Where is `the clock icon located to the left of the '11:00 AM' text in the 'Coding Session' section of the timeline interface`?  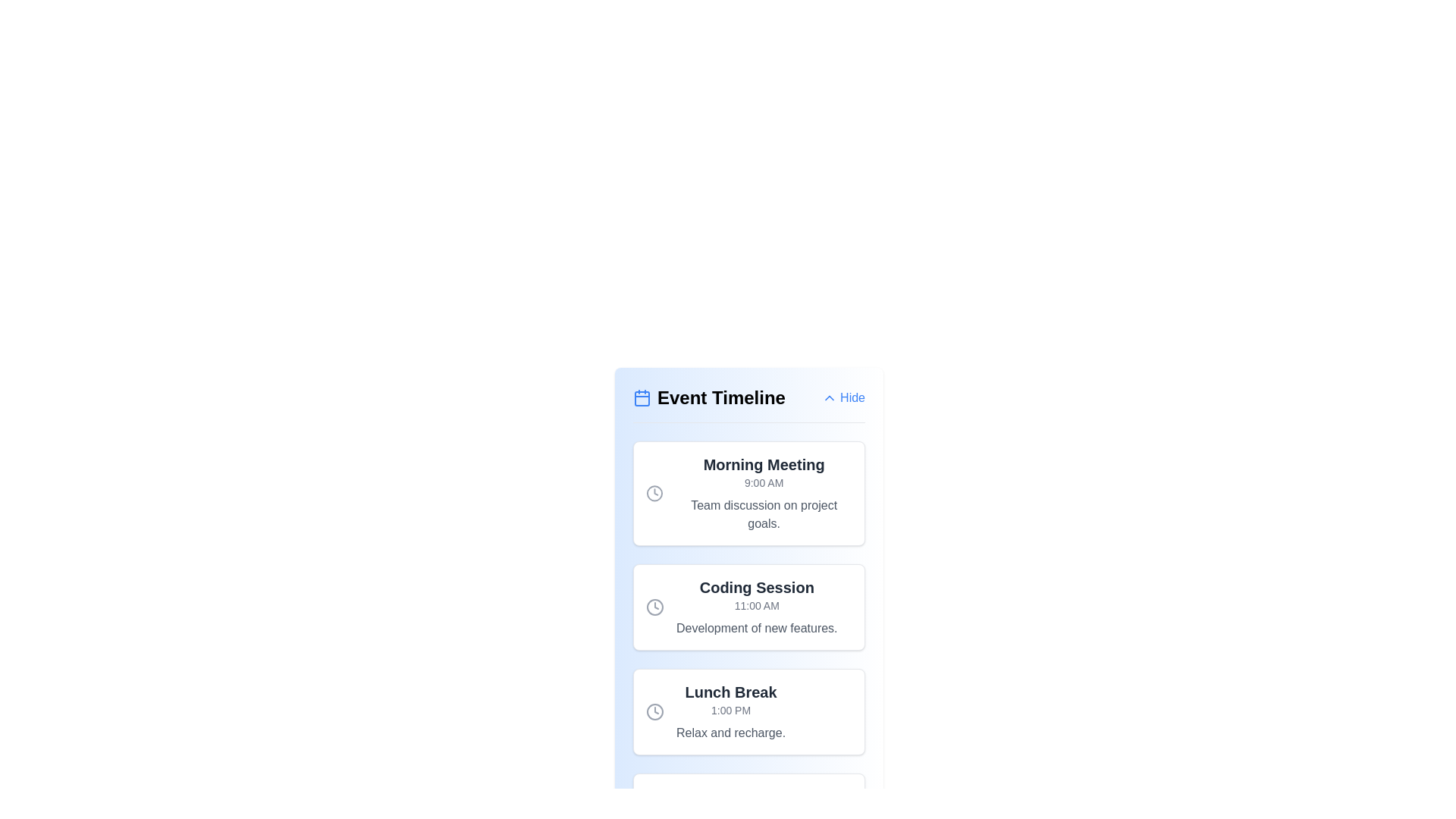
the clock icon located to the left of the '11:00 AM' text in the 'Coding Session' section of the timeline interface is located at coordinates (655, 607).